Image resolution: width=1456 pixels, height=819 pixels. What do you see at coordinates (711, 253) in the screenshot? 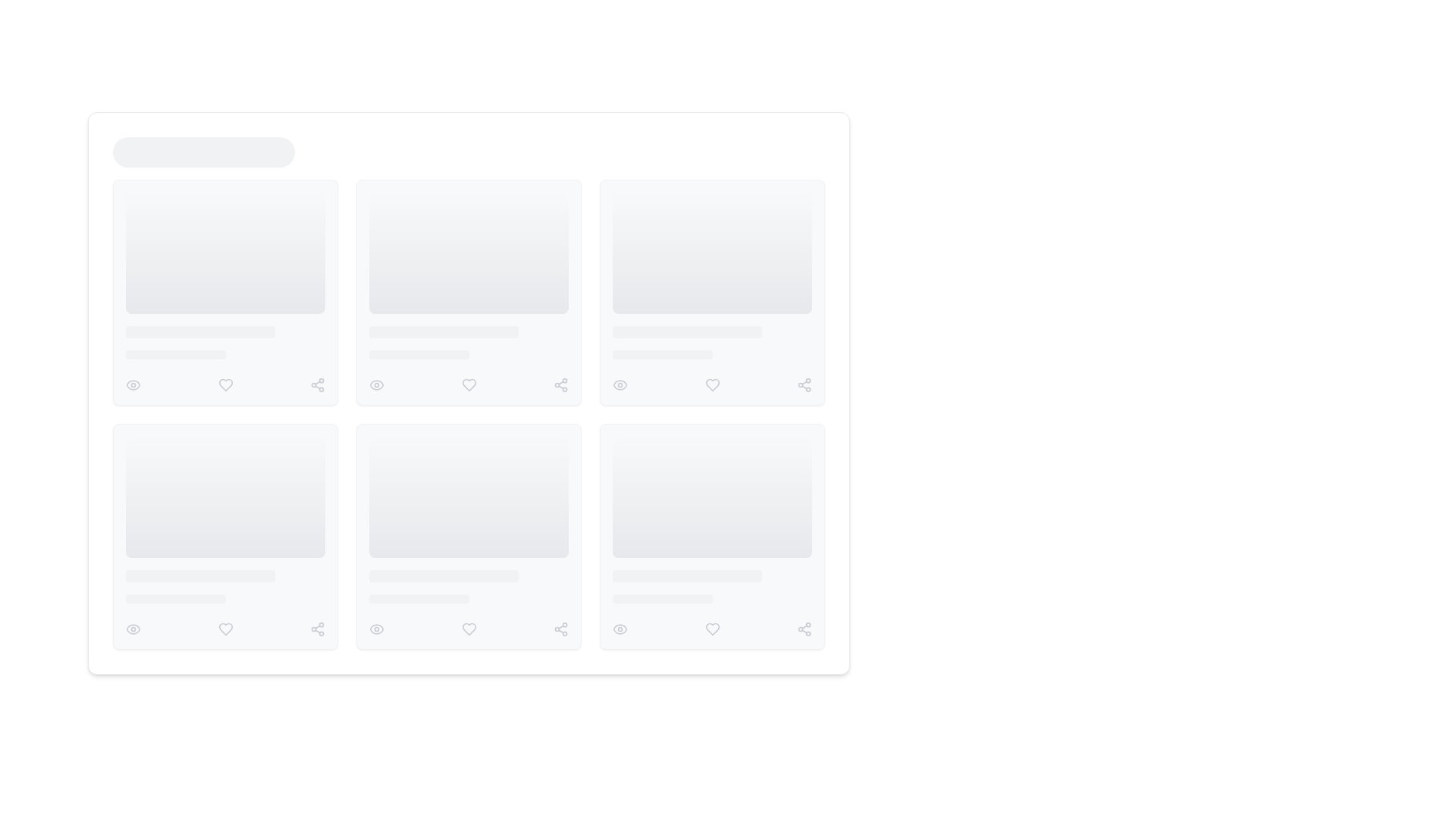
I see `the visual placeholder element located in the upper region of the card component, which serves as a placeholder for an image and is centrally placed in the second column of a multi-column grid` at bounding box center [711, 253].